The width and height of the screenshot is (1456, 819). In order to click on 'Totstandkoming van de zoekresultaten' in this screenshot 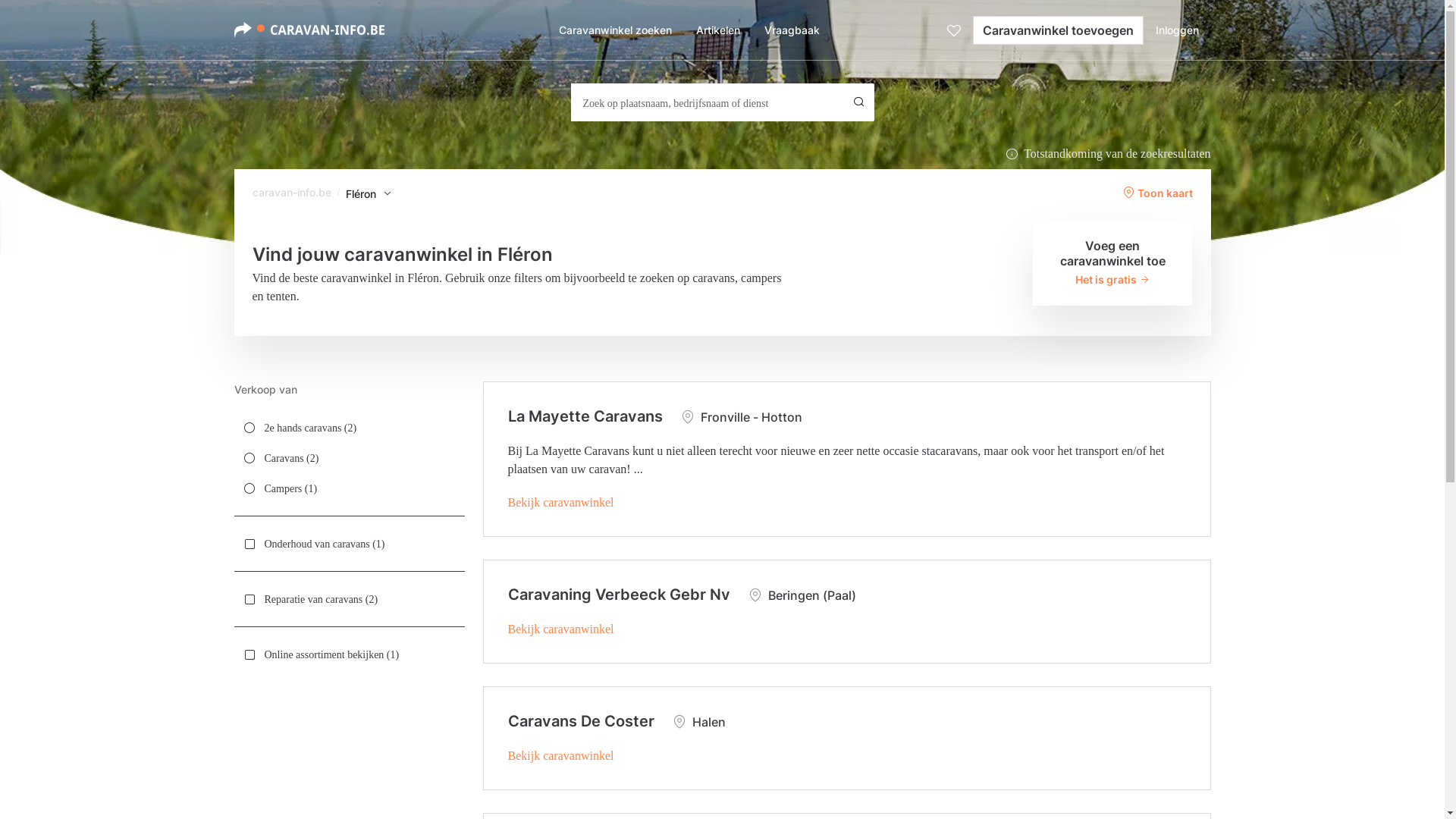, I will do `click(1107, 154)`.